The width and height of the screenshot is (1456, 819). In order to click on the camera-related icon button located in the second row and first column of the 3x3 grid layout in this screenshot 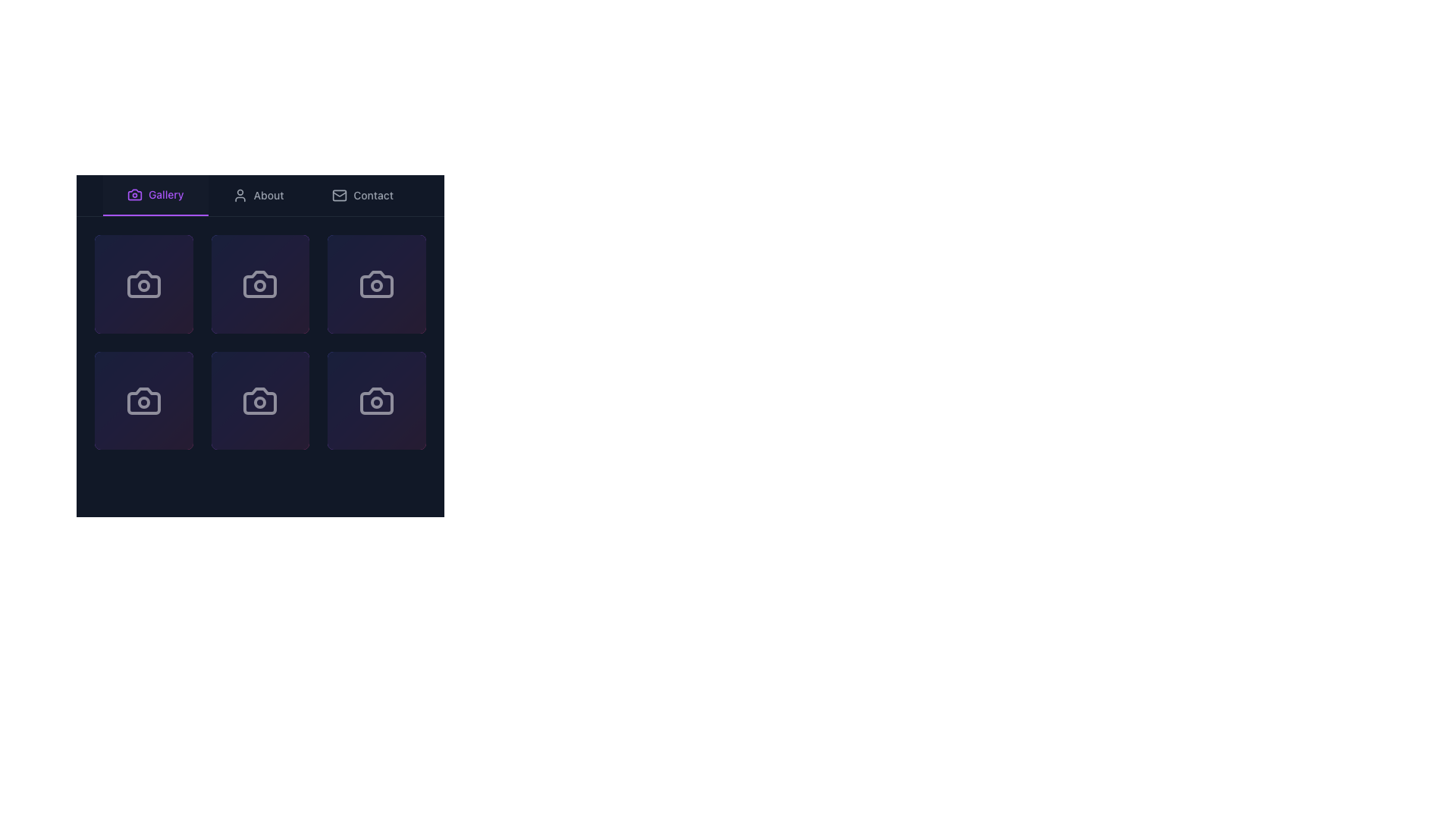, I will do `click(143, 400)`.